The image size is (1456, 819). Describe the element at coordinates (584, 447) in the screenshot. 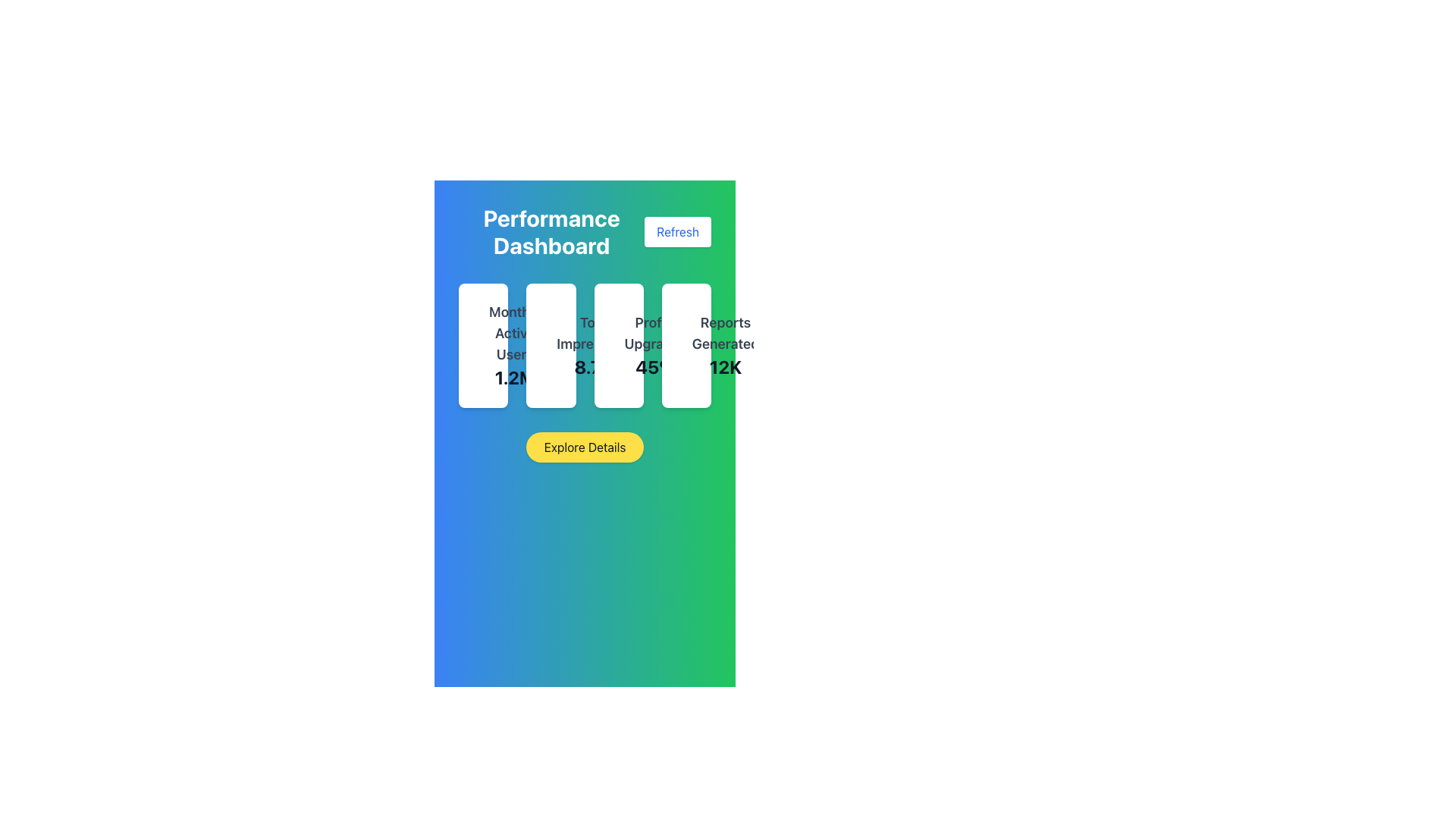

I see `the yellow button labeled 'Explore Details' located centrally below the 'Performance Dashboard' heading` at that location.